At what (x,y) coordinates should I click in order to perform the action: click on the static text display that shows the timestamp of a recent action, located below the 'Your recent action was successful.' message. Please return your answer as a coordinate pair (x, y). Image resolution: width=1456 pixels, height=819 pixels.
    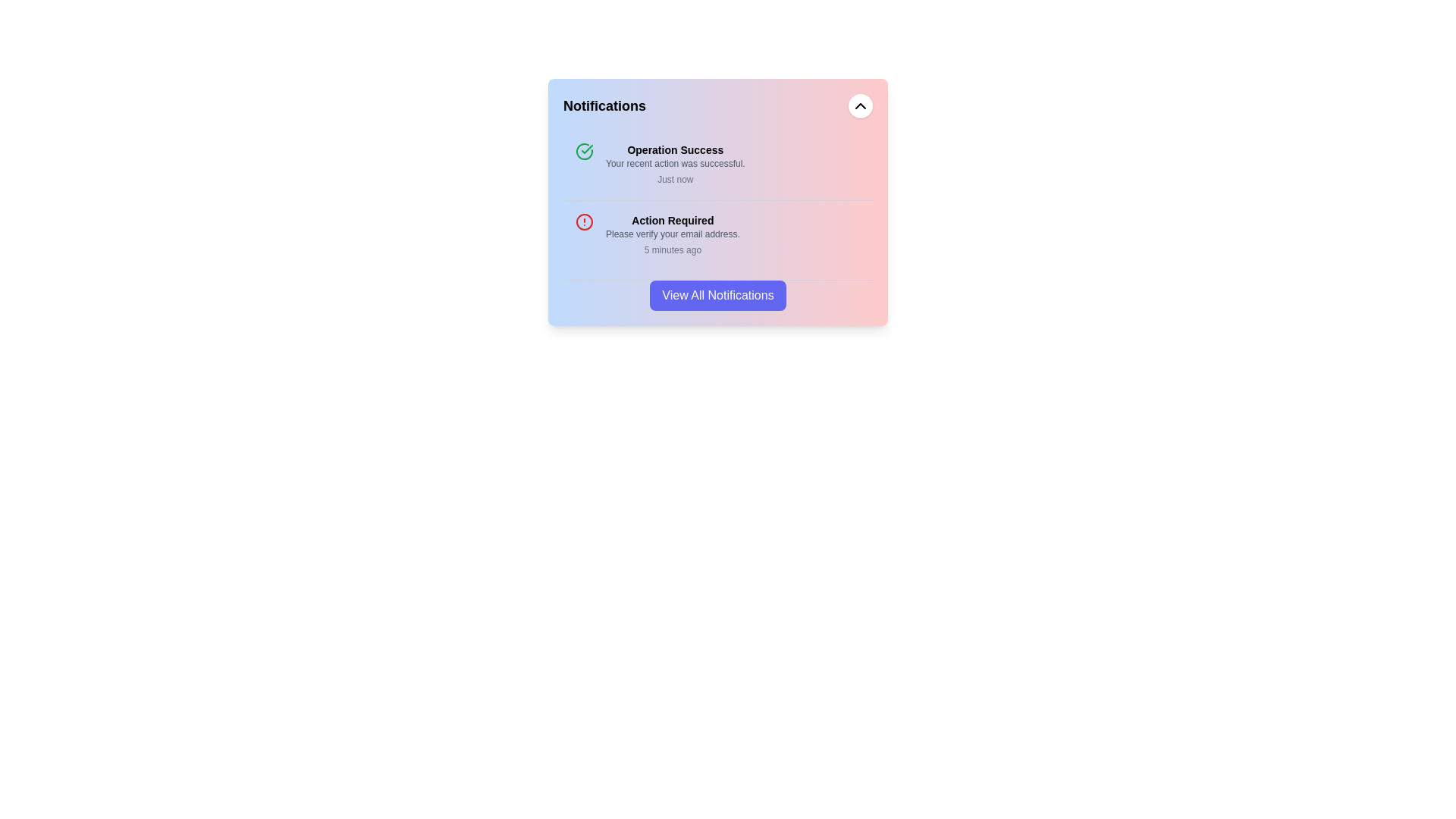
    Looking at the image, I should click on (674, 178).